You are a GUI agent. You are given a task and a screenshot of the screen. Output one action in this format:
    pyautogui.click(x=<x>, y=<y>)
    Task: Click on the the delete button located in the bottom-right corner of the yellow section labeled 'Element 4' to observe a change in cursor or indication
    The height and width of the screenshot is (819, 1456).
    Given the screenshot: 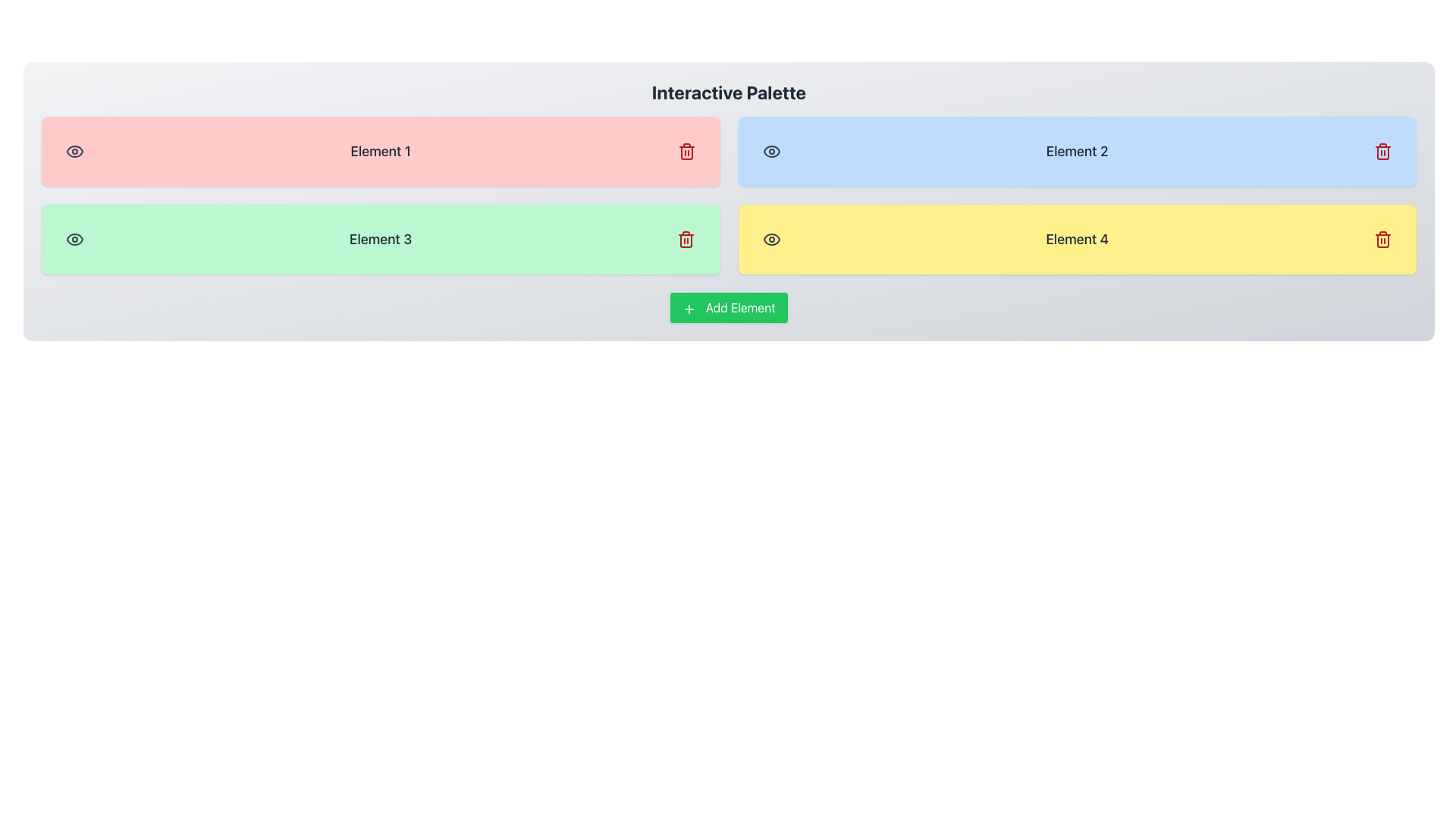 What is the action you would take?
    pyautogui.click(x=1383, y=239)
    